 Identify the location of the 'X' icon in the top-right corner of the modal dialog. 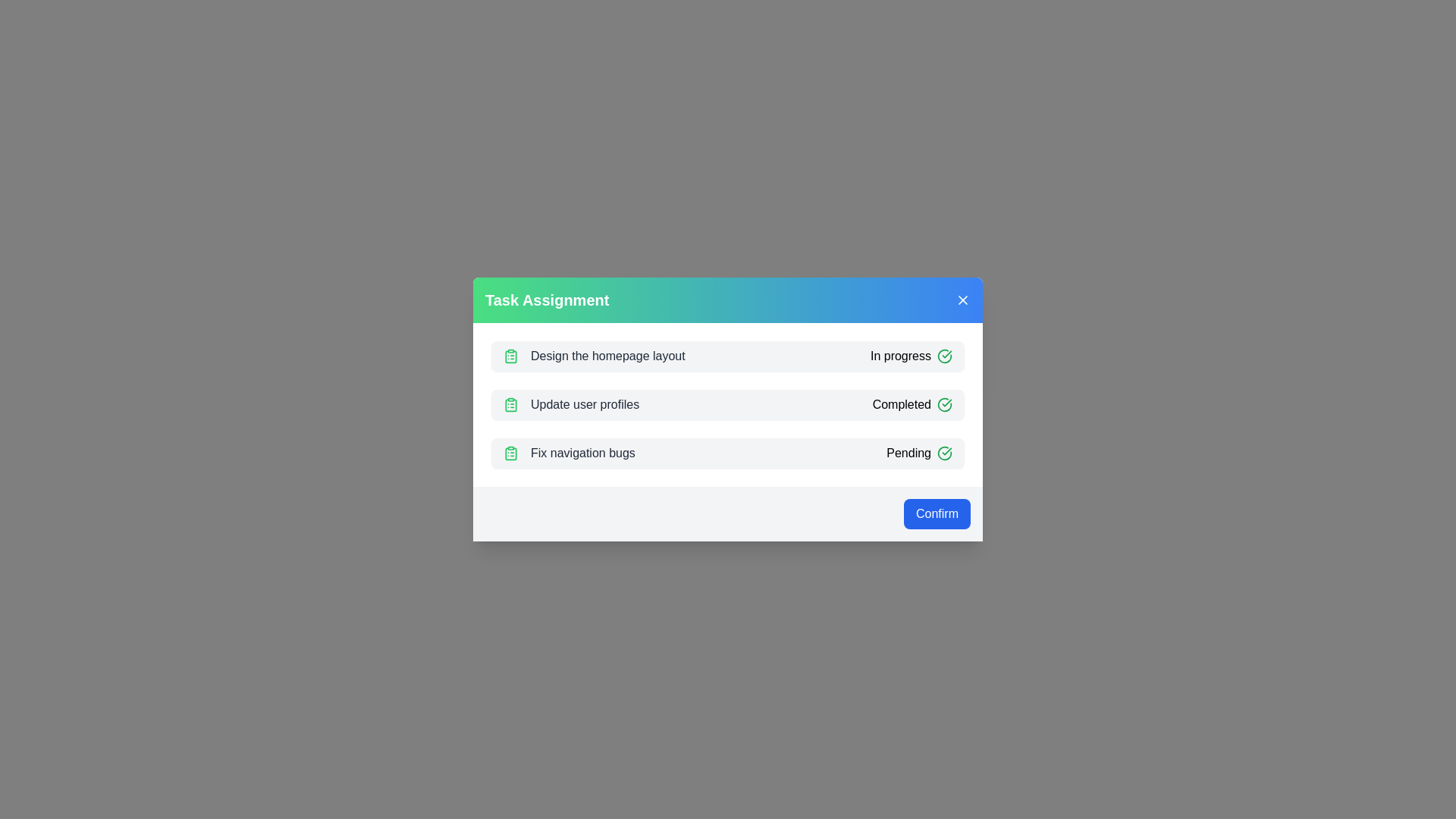
(962, 300).